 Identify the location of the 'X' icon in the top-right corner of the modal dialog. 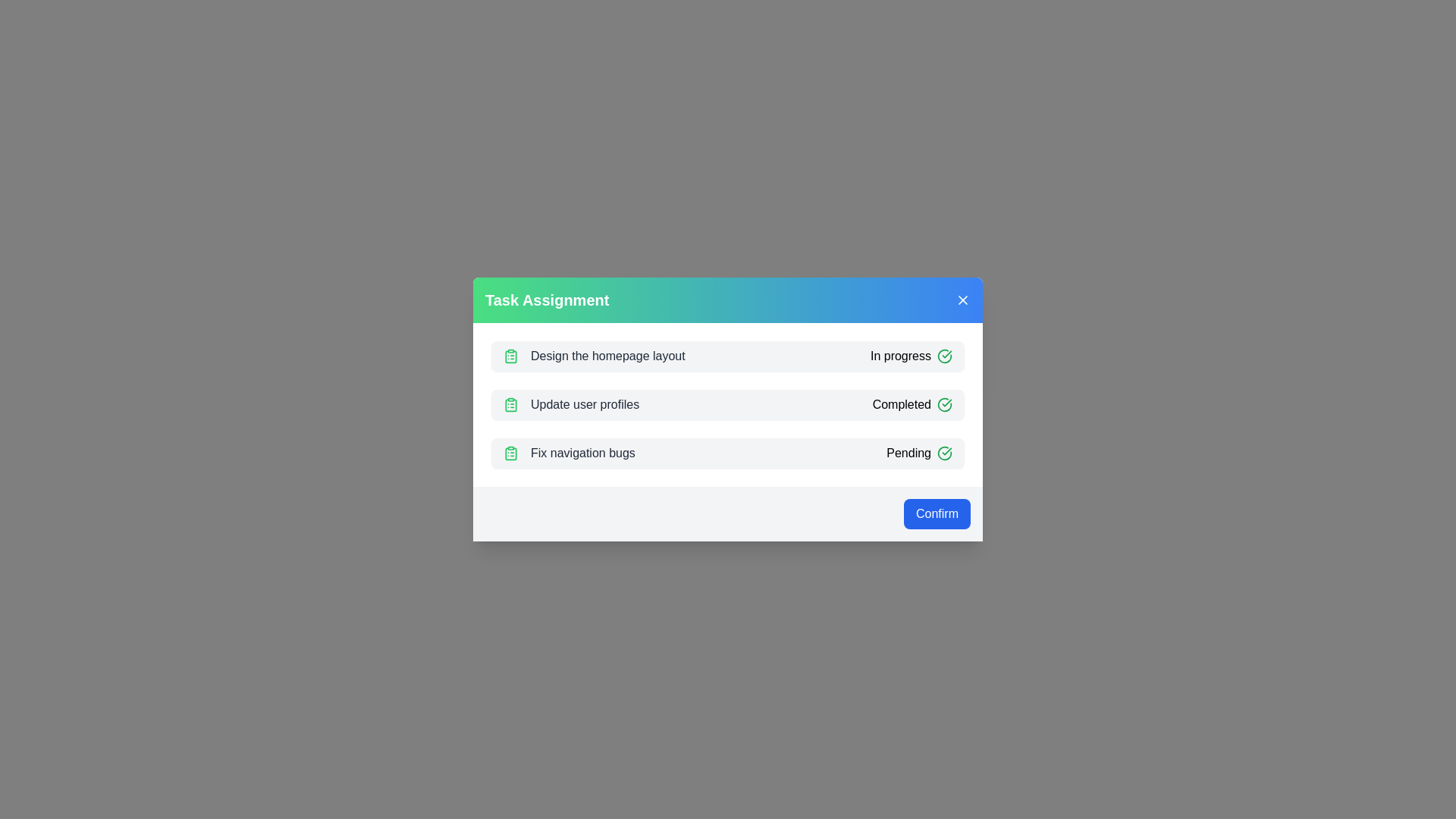
(962, 300).